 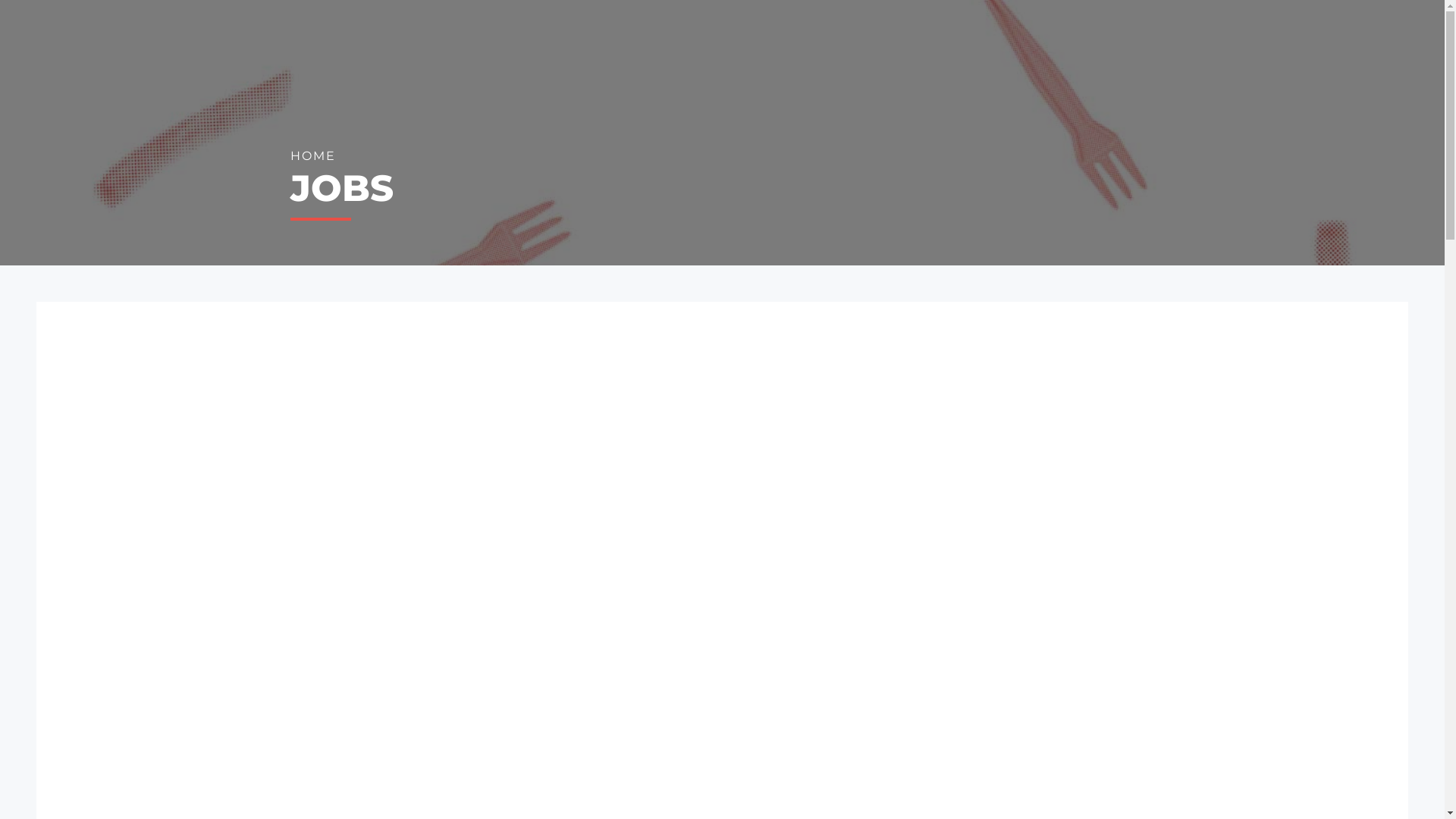 I want to click on 'HOME', so click(x=312, y=156).